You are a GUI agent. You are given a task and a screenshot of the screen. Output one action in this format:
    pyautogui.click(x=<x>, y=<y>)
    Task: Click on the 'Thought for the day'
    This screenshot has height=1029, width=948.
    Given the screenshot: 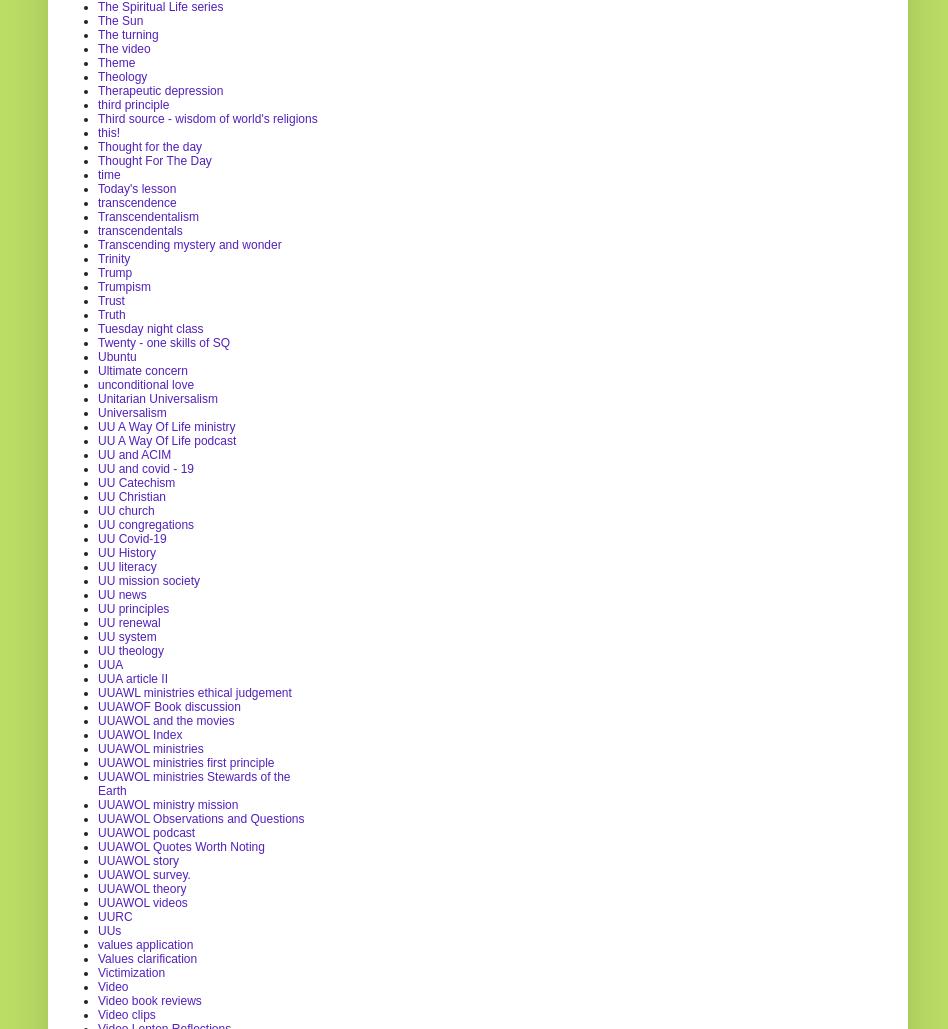 What is the action you would take?
    pyautogui.click(x=148, y=145)
    